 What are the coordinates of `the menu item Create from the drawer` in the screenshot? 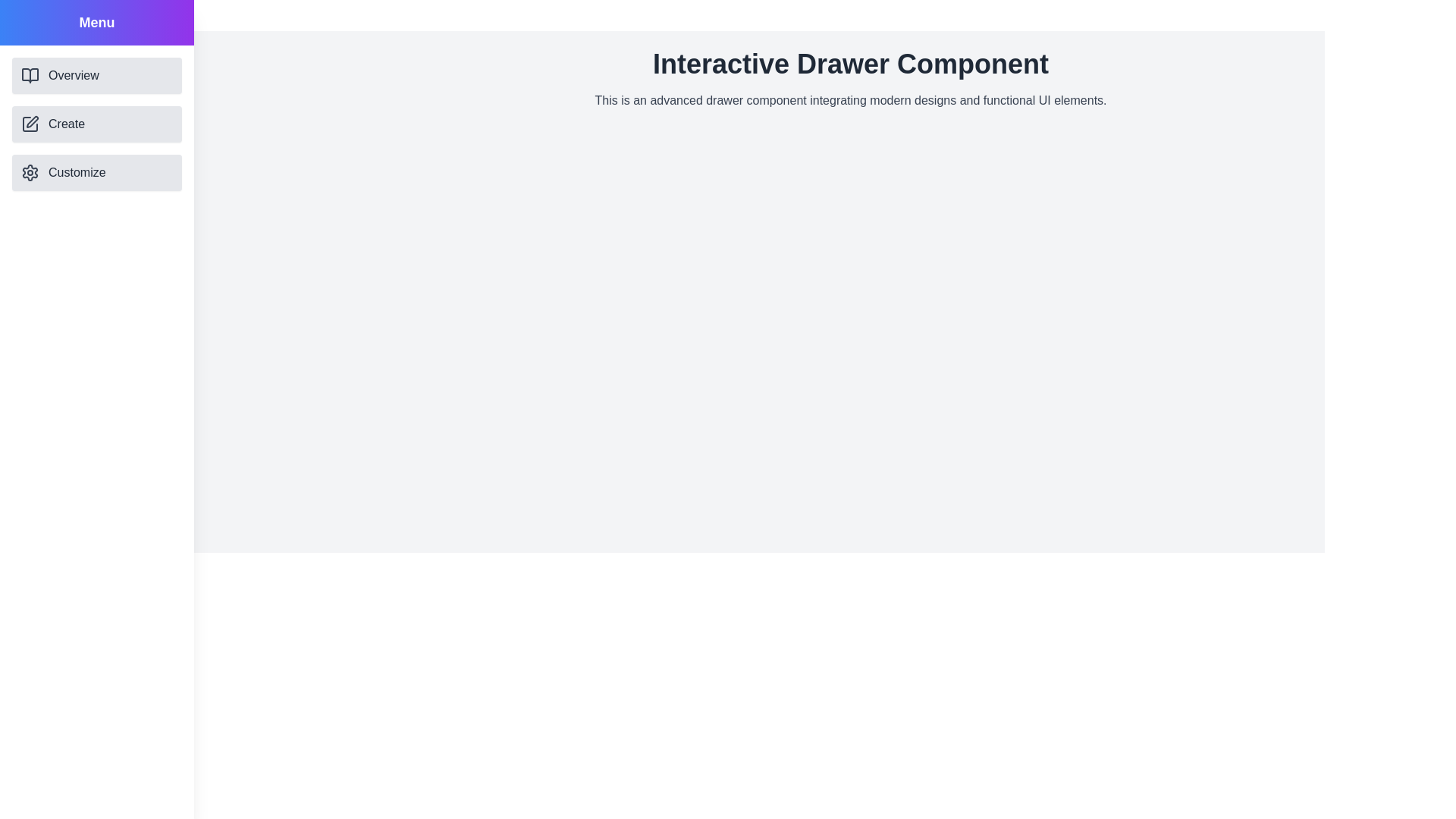 It's located at (96, 124).